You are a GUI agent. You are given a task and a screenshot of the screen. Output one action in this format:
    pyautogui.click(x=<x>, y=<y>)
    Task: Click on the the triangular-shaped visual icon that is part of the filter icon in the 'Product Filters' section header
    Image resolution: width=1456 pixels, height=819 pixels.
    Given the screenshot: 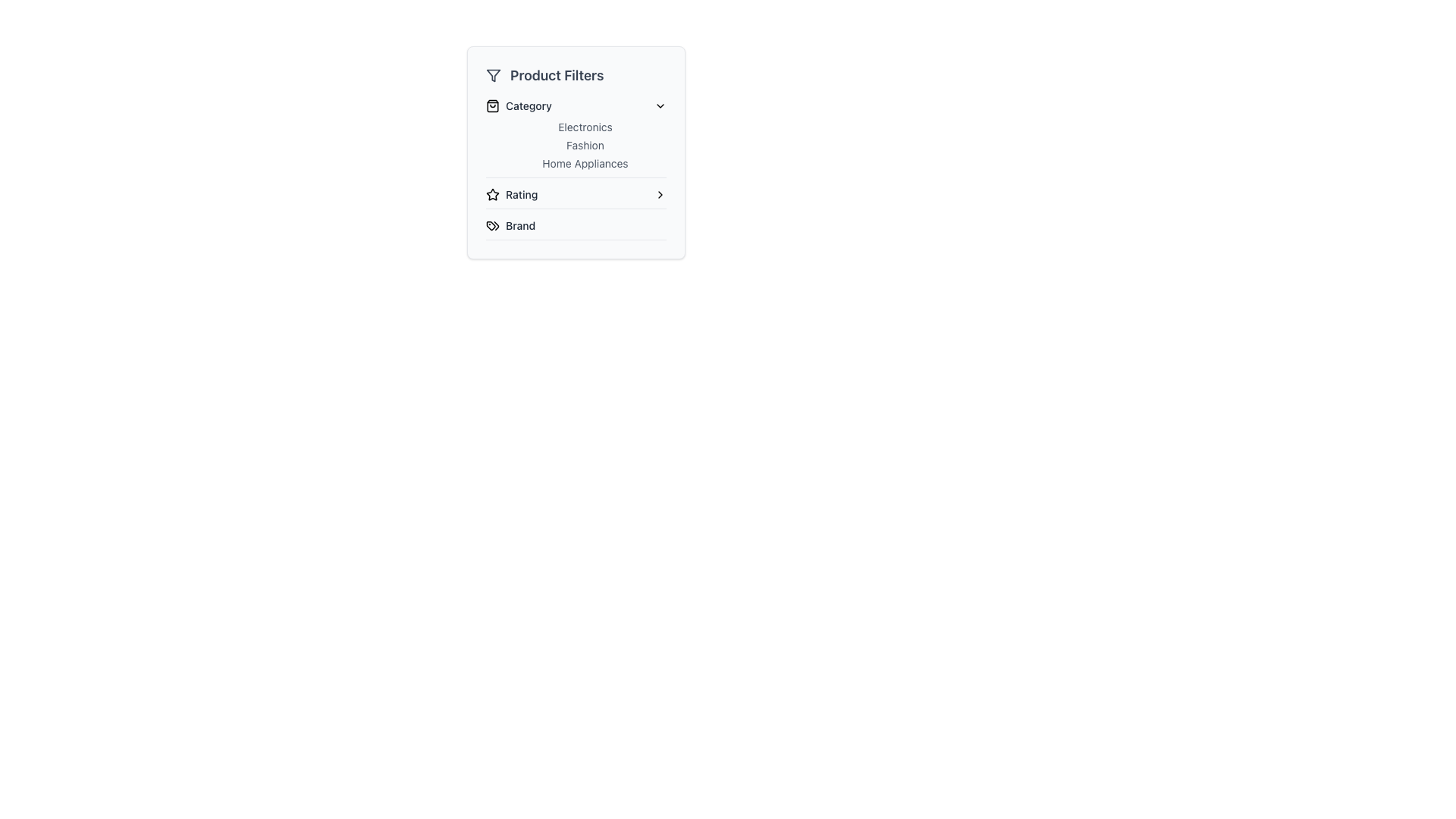 What is the action you would take?
    pyautogui.click(x=494, y=76)
    